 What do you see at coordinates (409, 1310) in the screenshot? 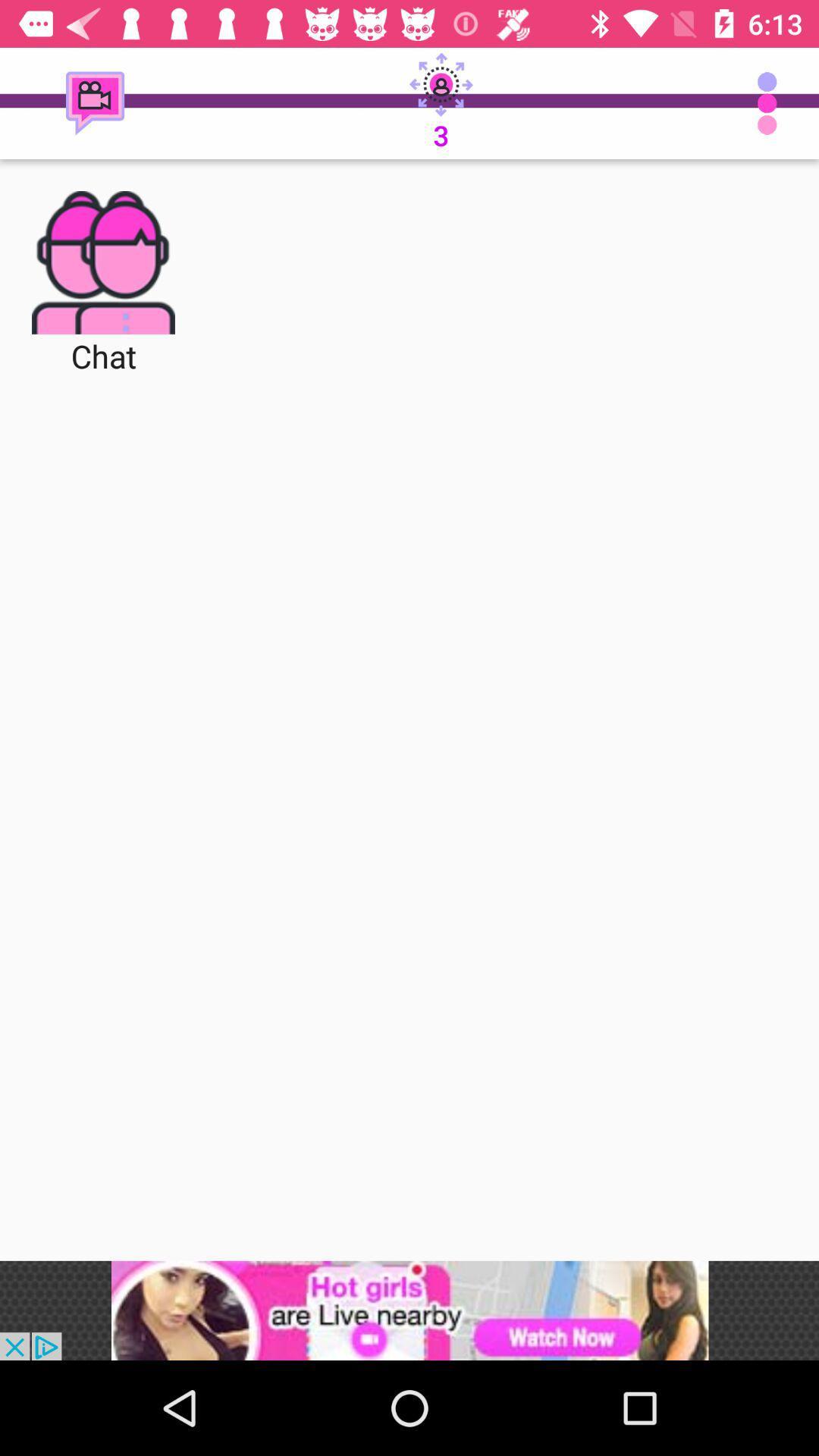
I see `advertisement` at bounding box center [409, 1310].